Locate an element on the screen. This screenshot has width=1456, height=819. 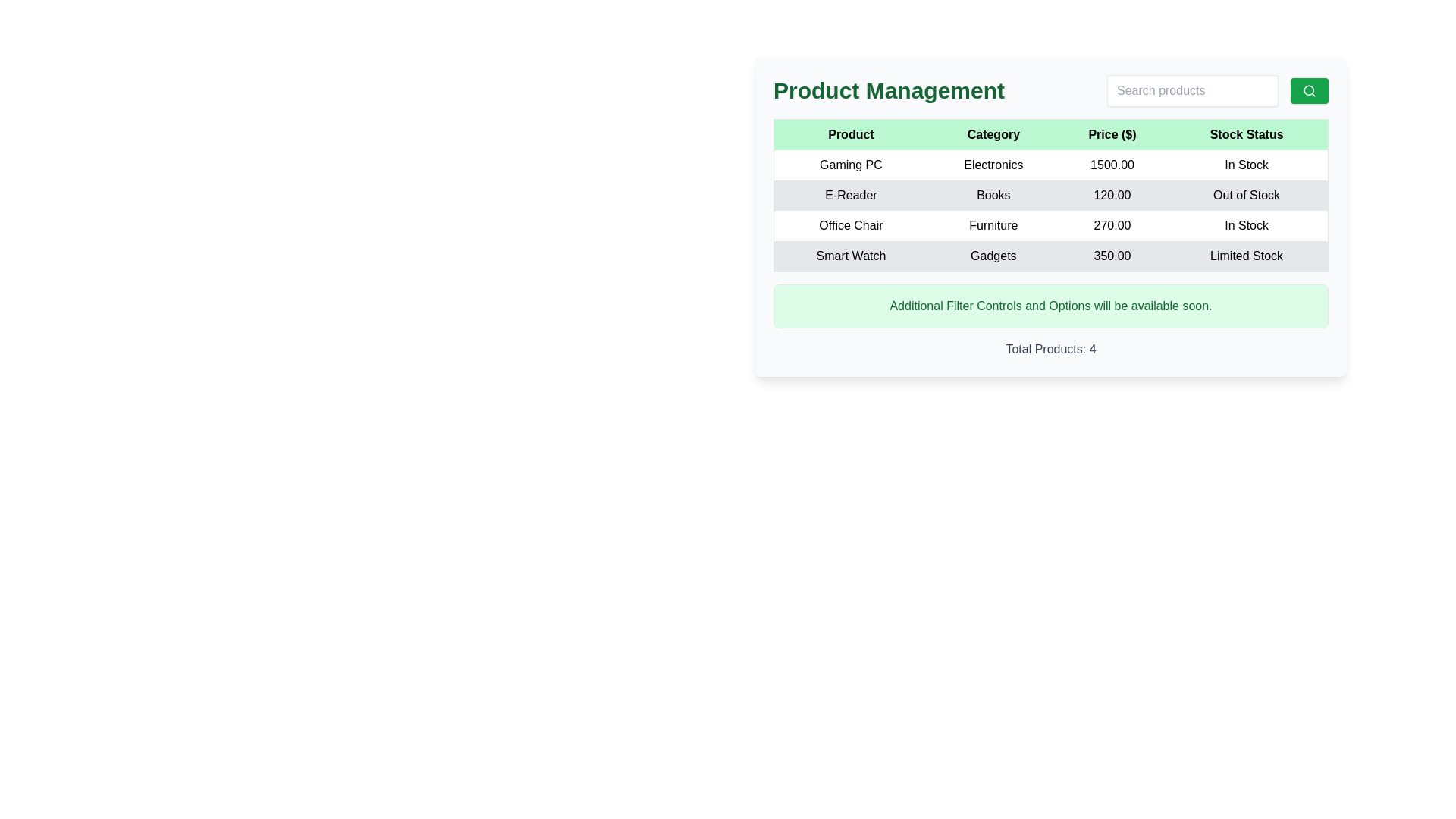
the third row in the data table containing information about 'Office Chair' to highlight it is located at coordinates (1050, 225).